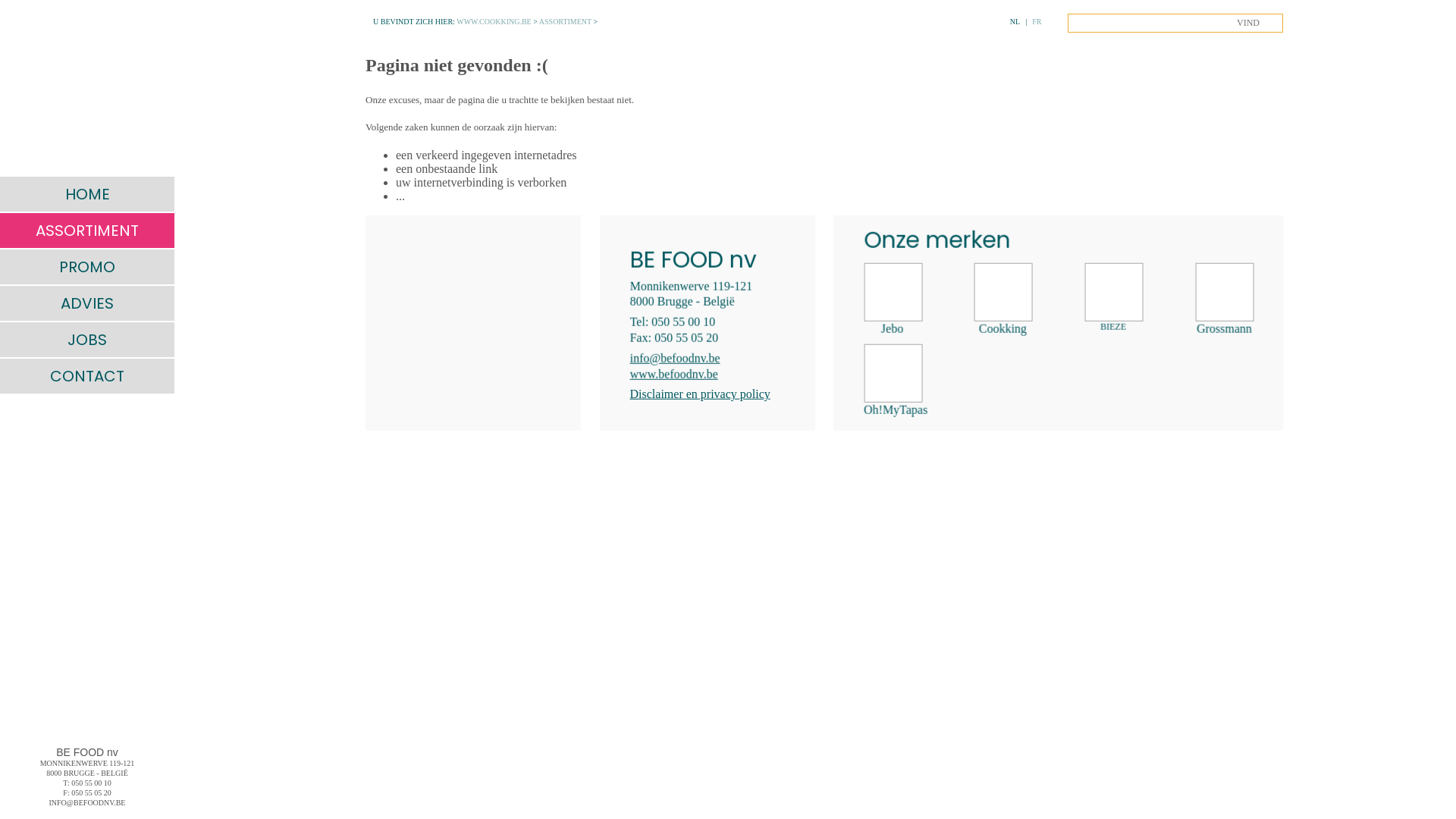 Image resolution: width=1456 pixels, height=819 pixels. What do you see at coordinates (564, 21) in the screenshot?
I see `'ASSORTIMENT'` at bounding box center [564, 21].